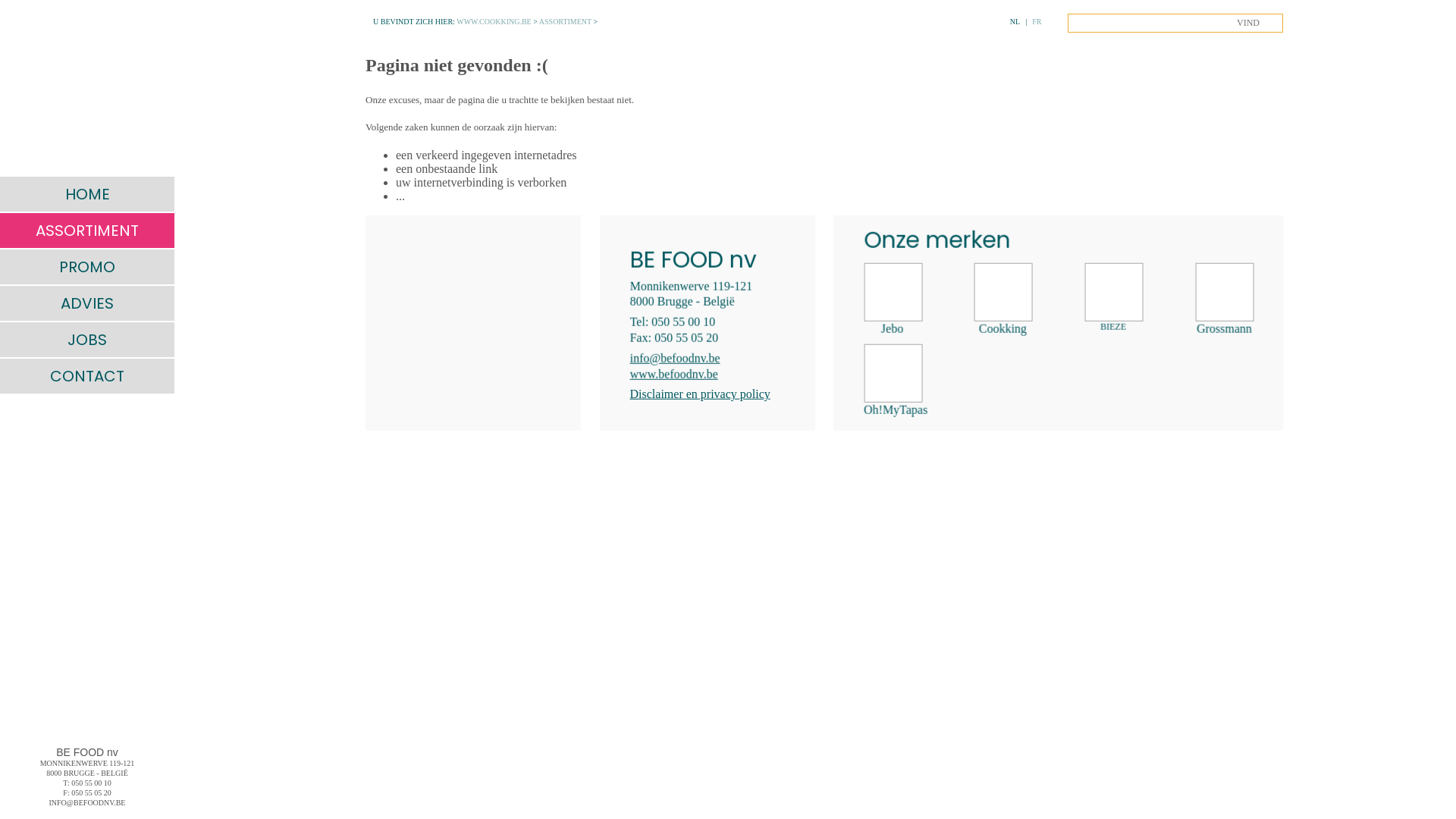 Image resolution: width=1456 pixels, height=819 pixels. What do you see at coordinates (564, 21) in the screenshot?
I see `'ASSORTIMENT'` at bounding box center [564, 21].